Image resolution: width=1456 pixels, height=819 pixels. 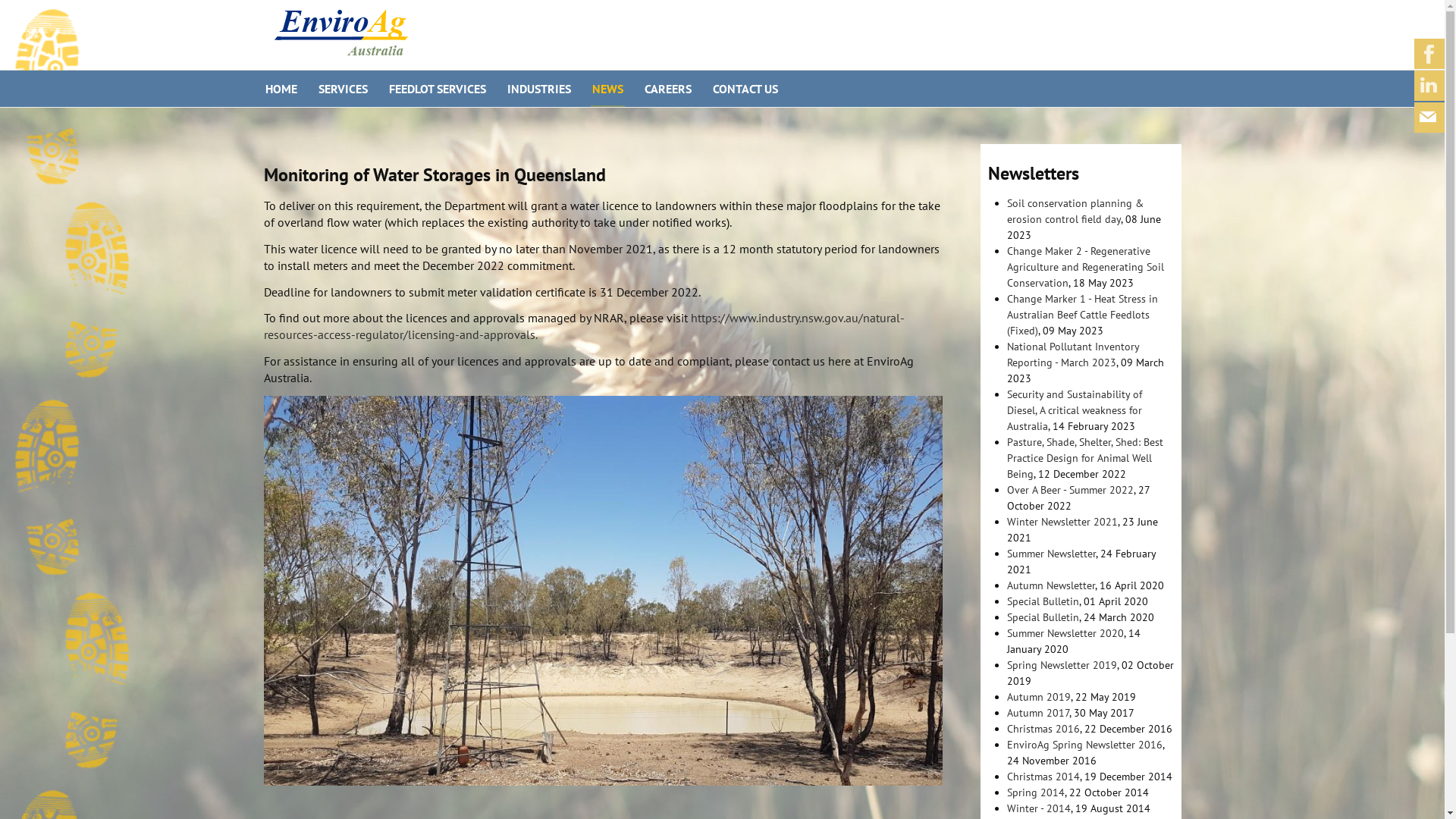 I want to click on 'INDUSTRIES', so click(x=538, y=88).